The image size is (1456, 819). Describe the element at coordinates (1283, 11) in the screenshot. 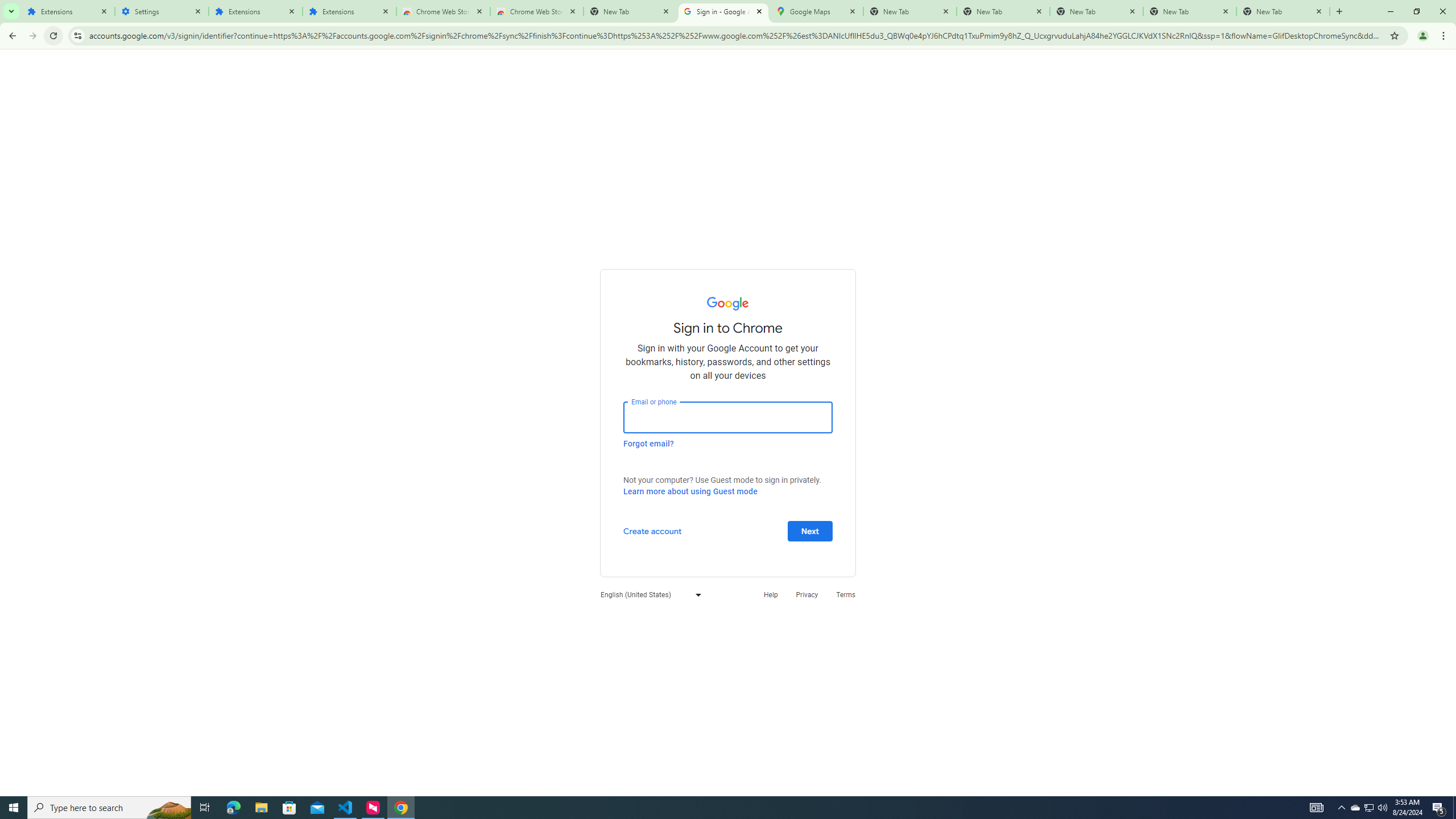

I see `'New Tab'` at that location.